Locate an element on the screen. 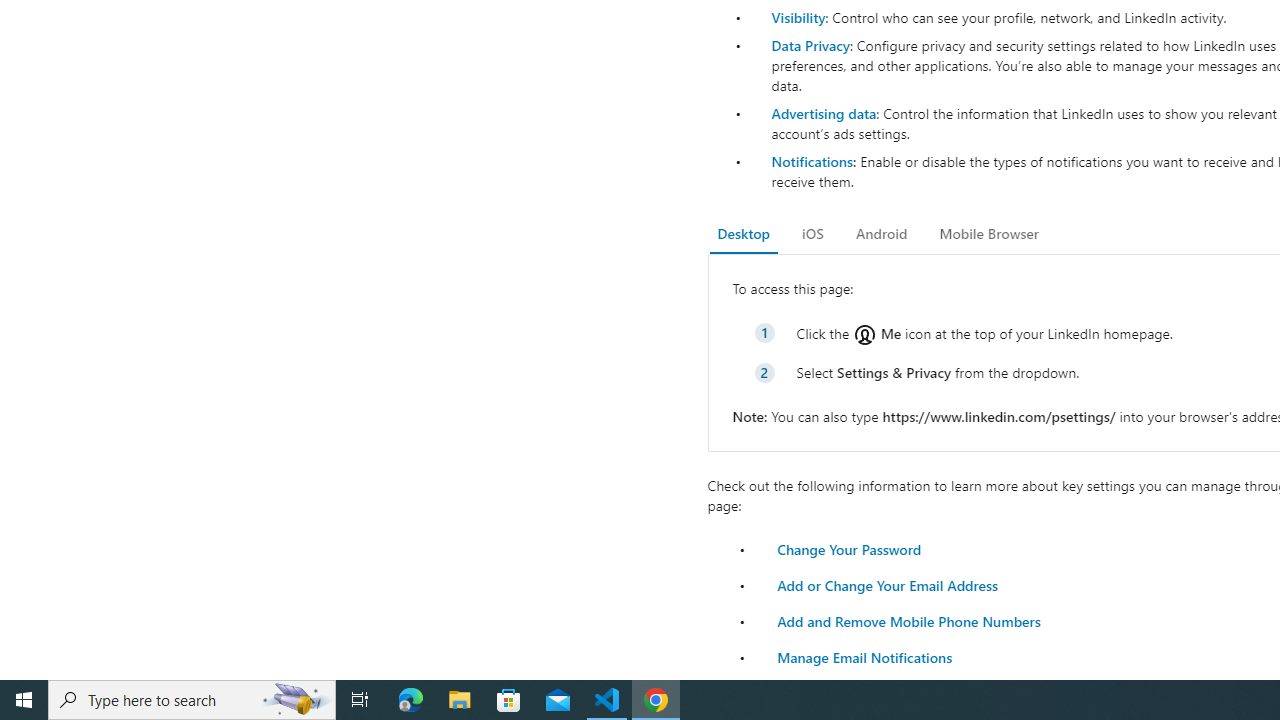 This screenshot has width=1280, height=720. 'Add and Remove Mobile Phone Numbers' is located at coordinates (907, 620).